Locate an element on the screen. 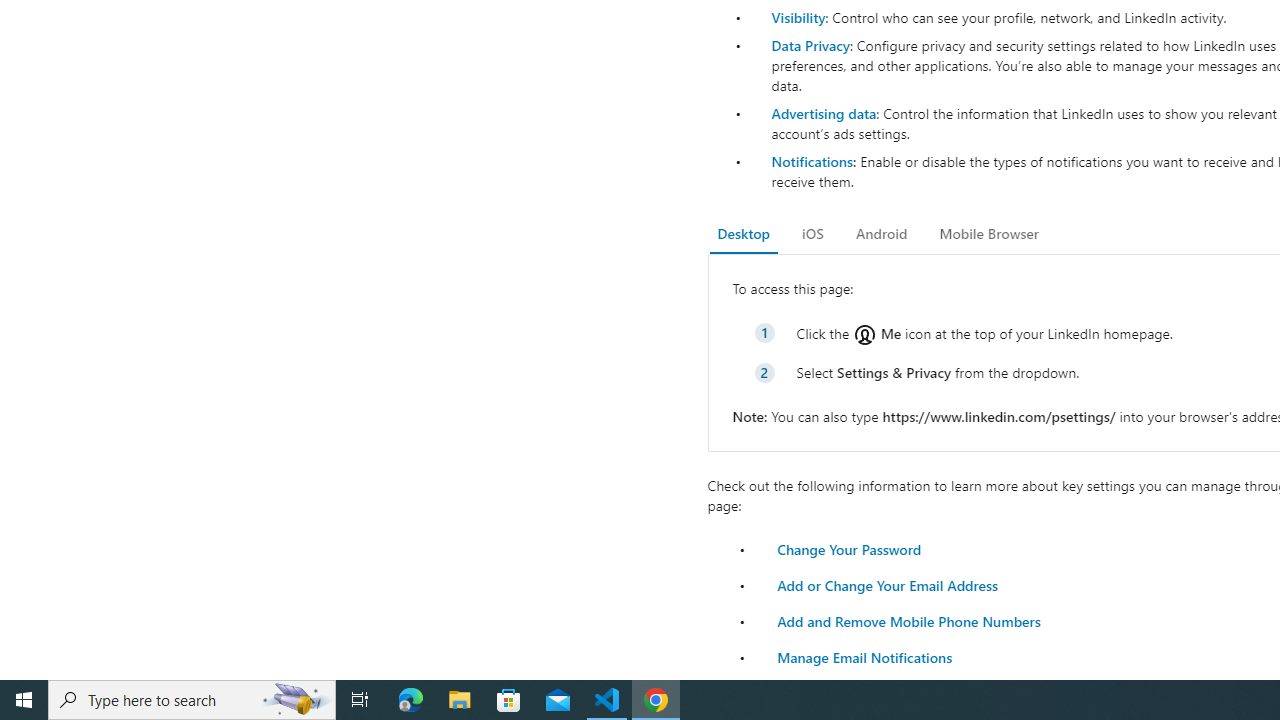 This screenshot has width=1280, height=720. 'Add and Remove Mobile Phone Numbers' is located at coordinates (907, 620).